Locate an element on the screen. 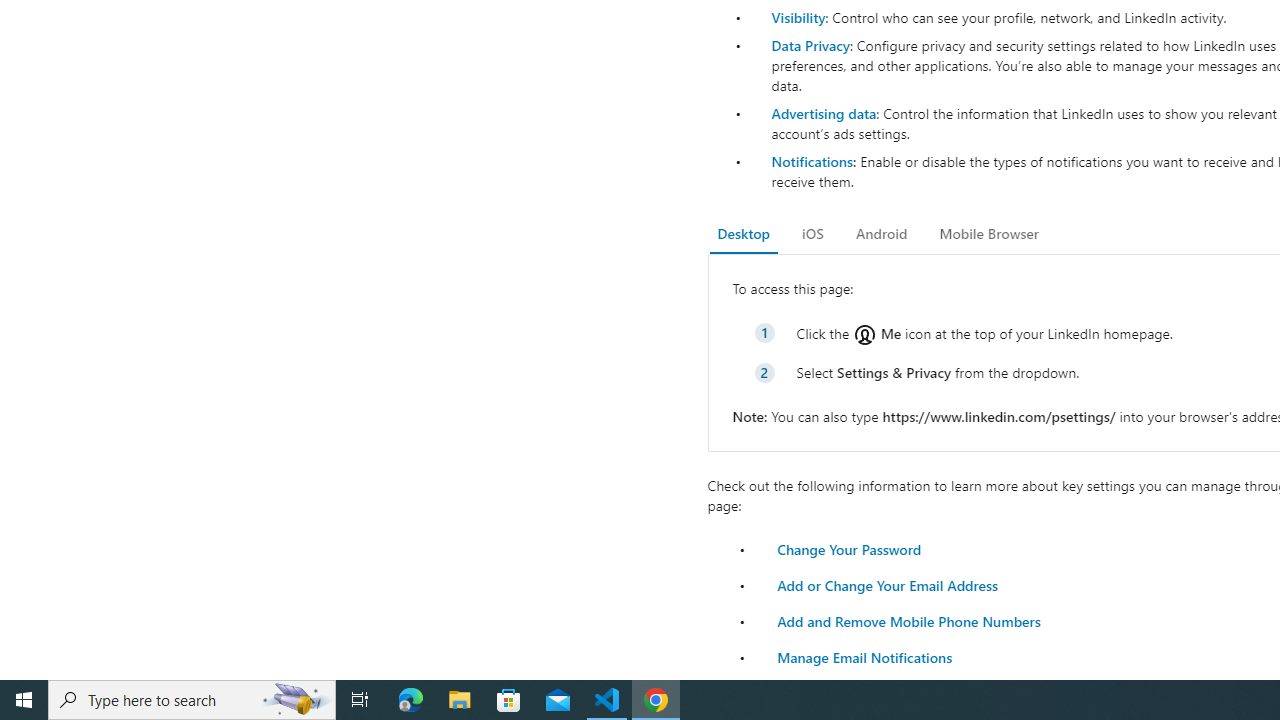 This screenshot has width=1280, height=720. 'Add and Remove Mobile Phone Numbers' is located at coordinates (907, 620).